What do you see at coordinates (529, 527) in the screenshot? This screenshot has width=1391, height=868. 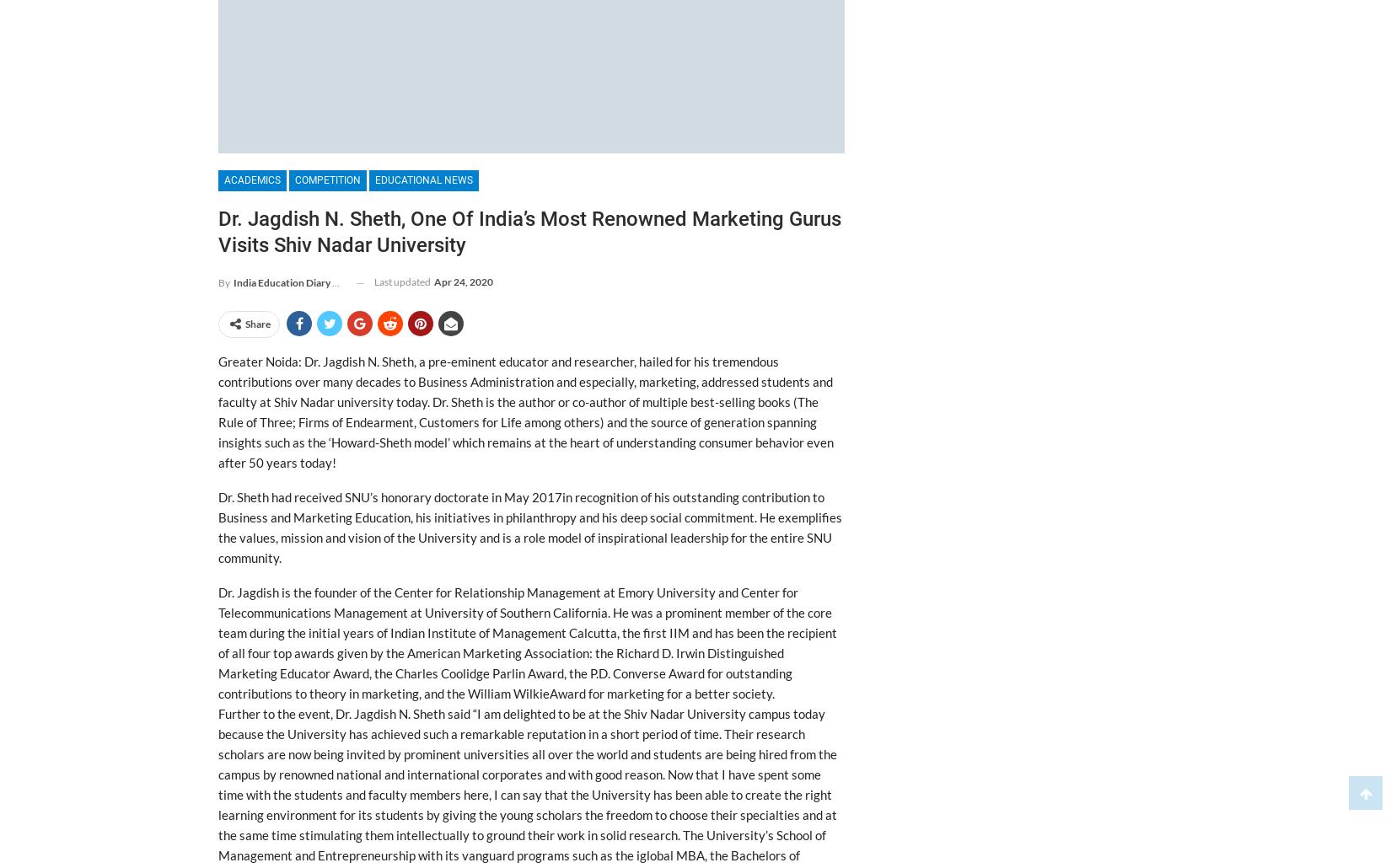 I see `'Dr. Sheth had received SNU’s honorary doctorate in May 2017in recognition of his outstanding contribution to Business and Marketing Education, his initiatives in philanthropy and his deep social commitment. He exemplifies the values, mission and vision of the University and is a role model of inspirational leadership for the entire SNU community.'` at bounding box center [529, 527].